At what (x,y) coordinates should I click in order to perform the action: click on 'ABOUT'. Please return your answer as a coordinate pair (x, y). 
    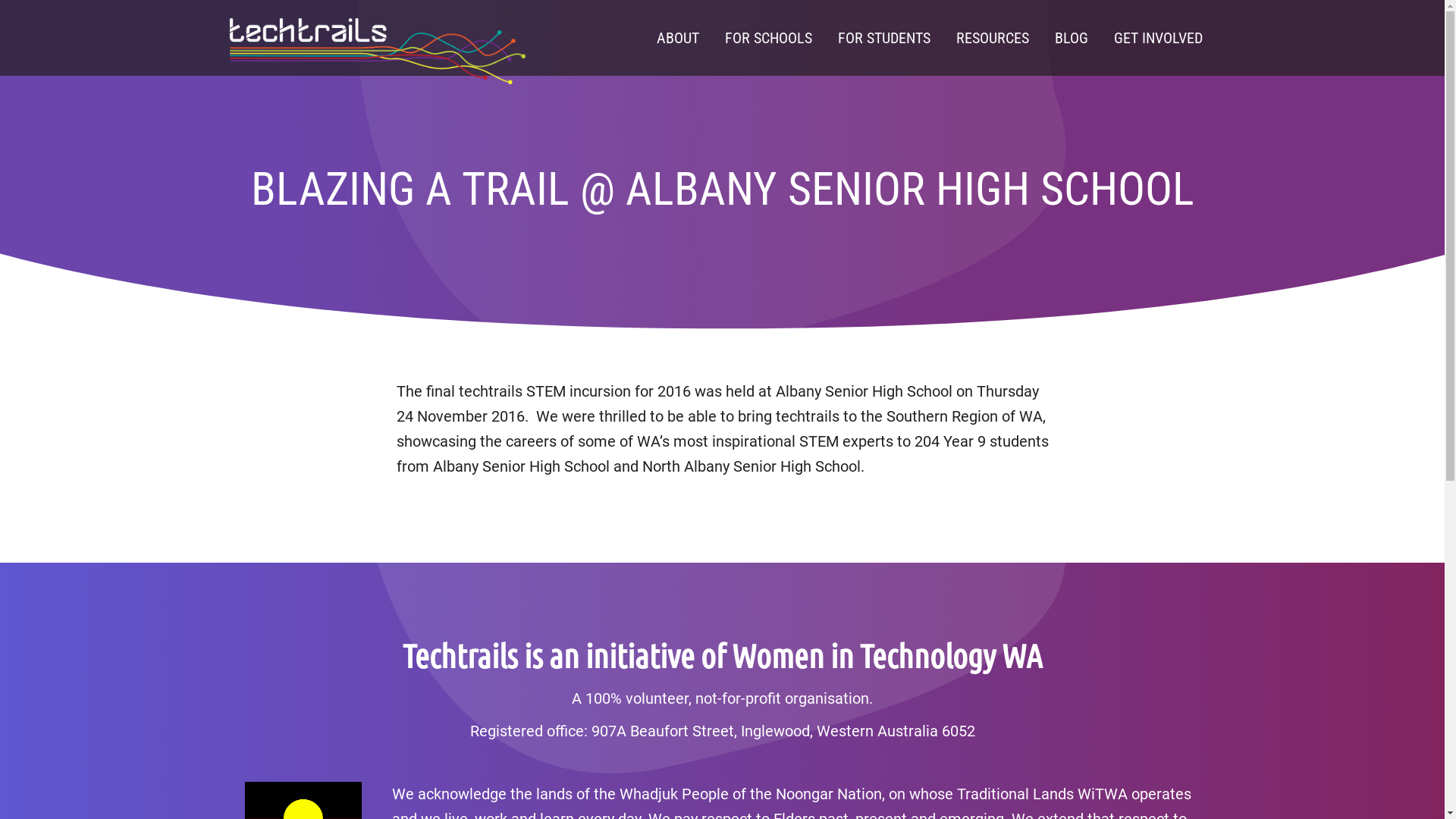
    Looking at the image, I should click on (643, 37).